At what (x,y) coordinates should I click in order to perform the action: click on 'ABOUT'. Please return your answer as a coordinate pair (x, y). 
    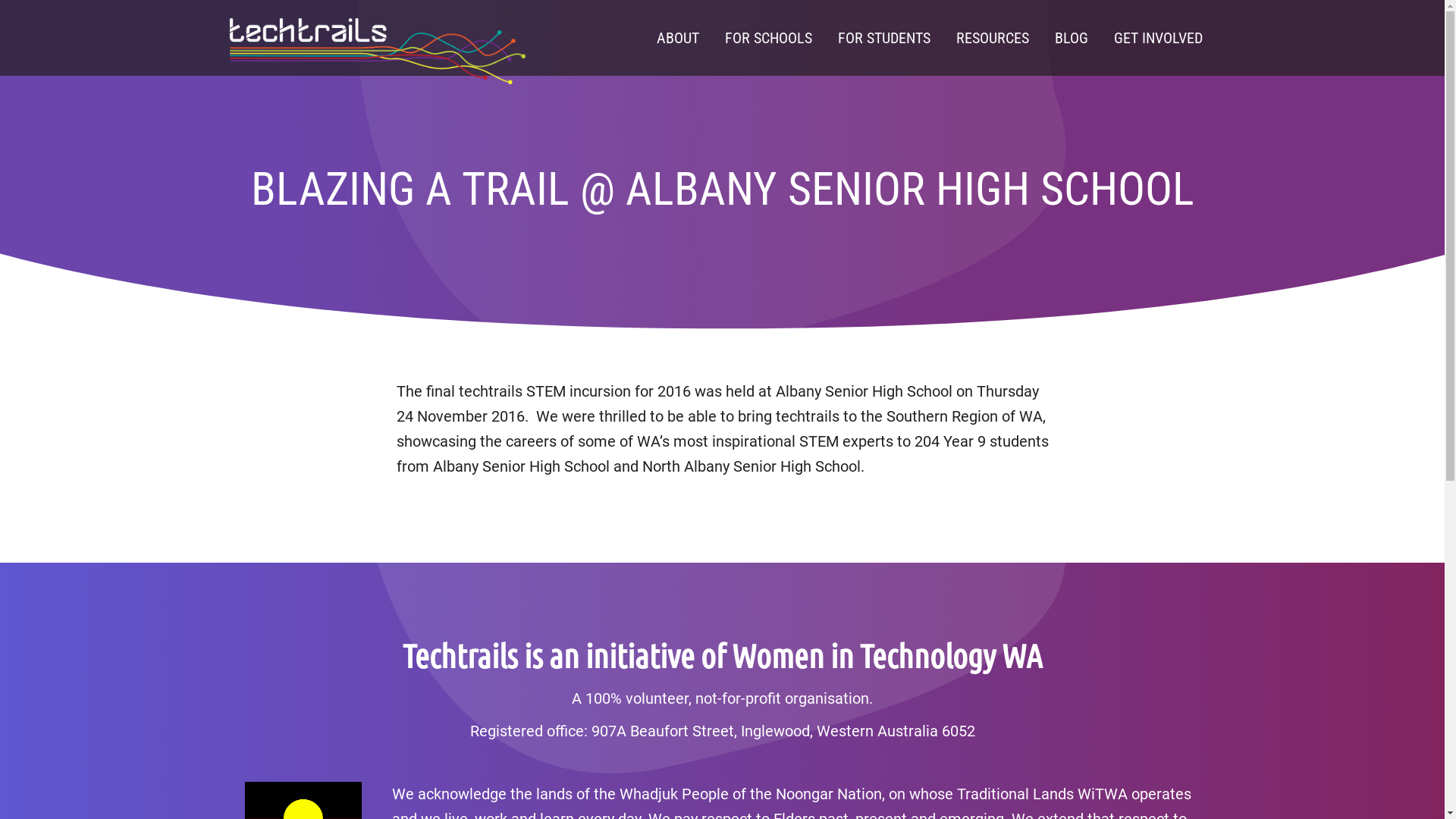
    Looking at the image, I should click on (643, 37).